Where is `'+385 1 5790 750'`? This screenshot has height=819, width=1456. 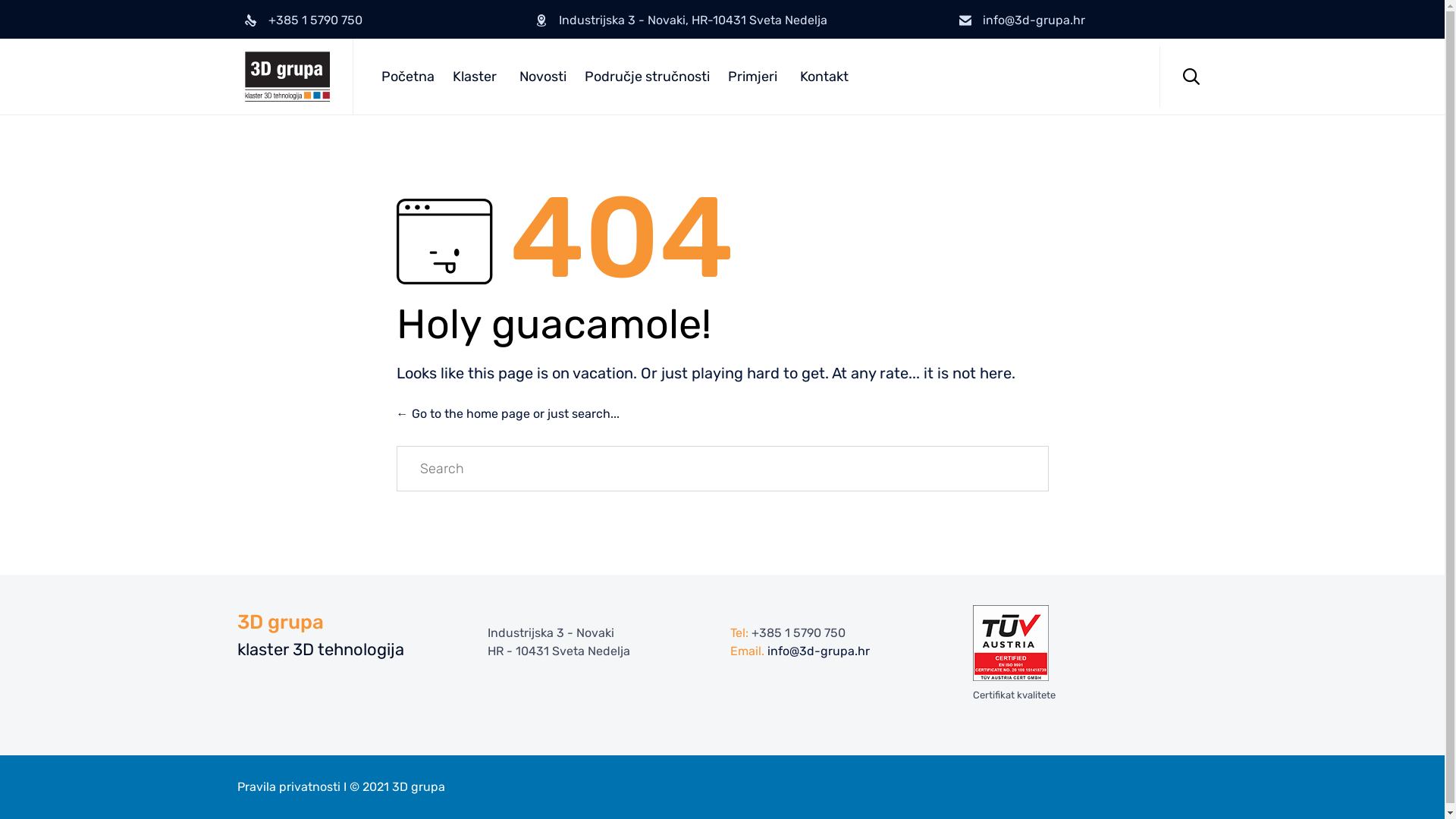 '+385 1 5790 750' is located at coordinates (796, 632).